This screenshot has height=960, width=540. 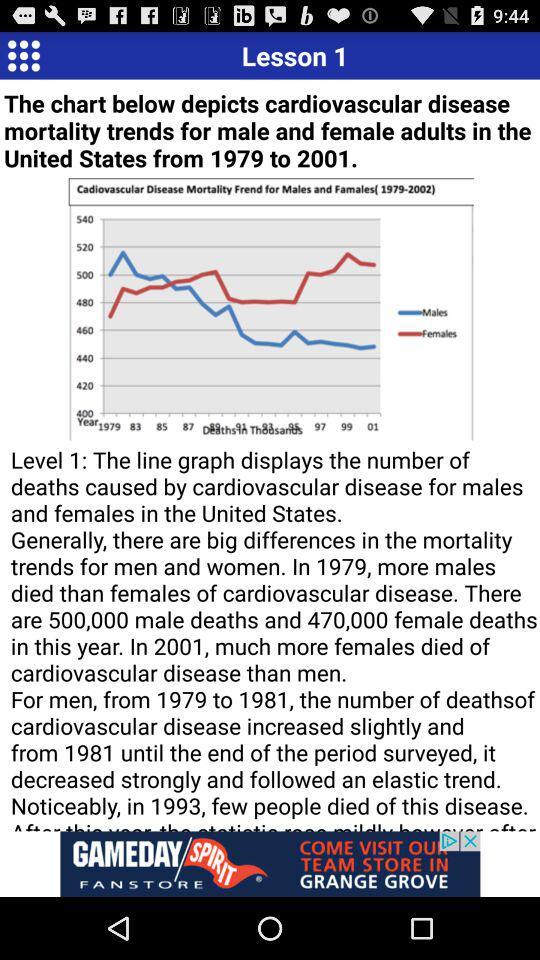 What do you see at coordinates (22, 54) in the screenshot?
I see `open menu` at bounding box center [22, 54].